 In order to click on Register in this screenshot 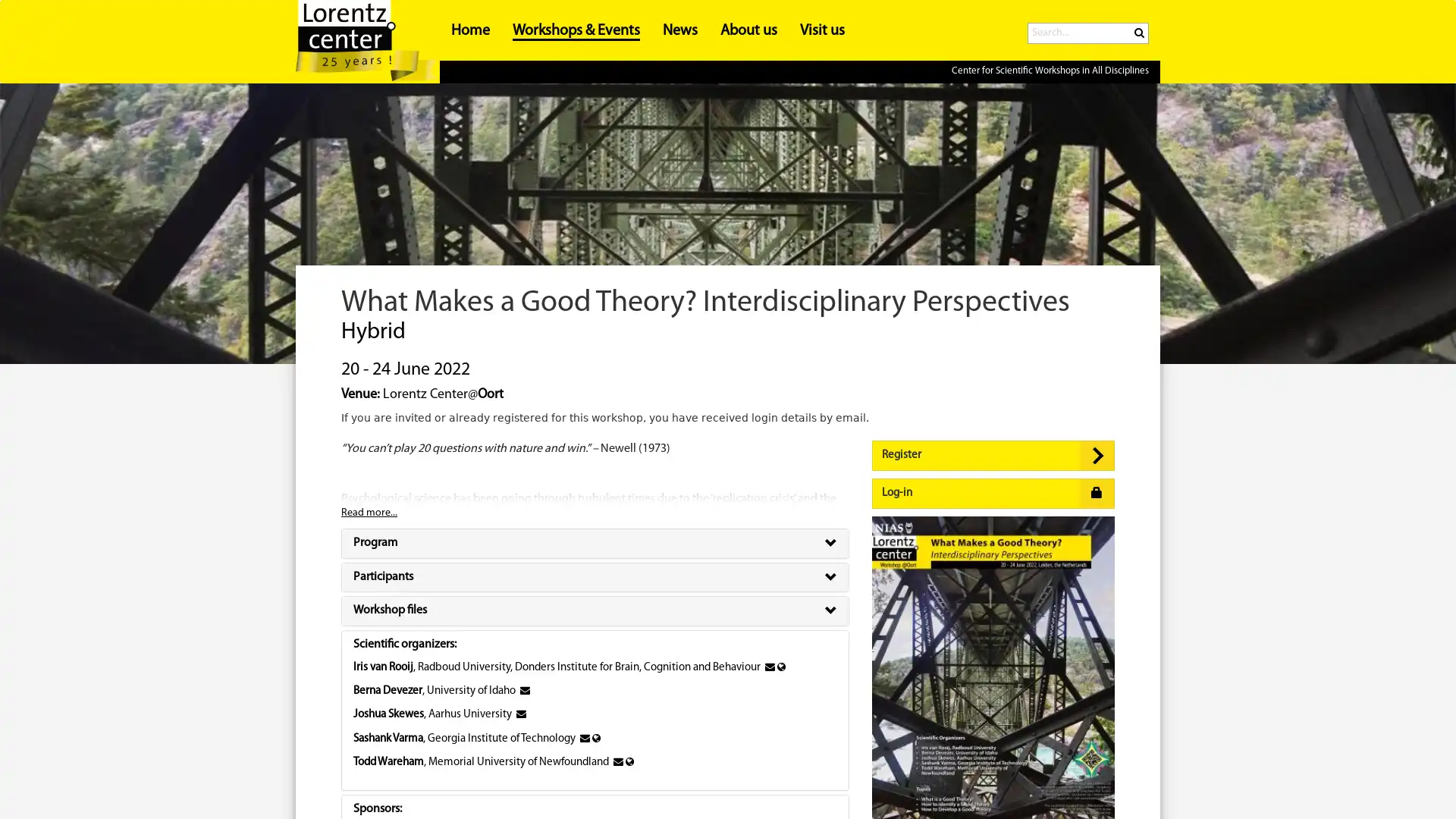, I will do `click(993, 455)`.